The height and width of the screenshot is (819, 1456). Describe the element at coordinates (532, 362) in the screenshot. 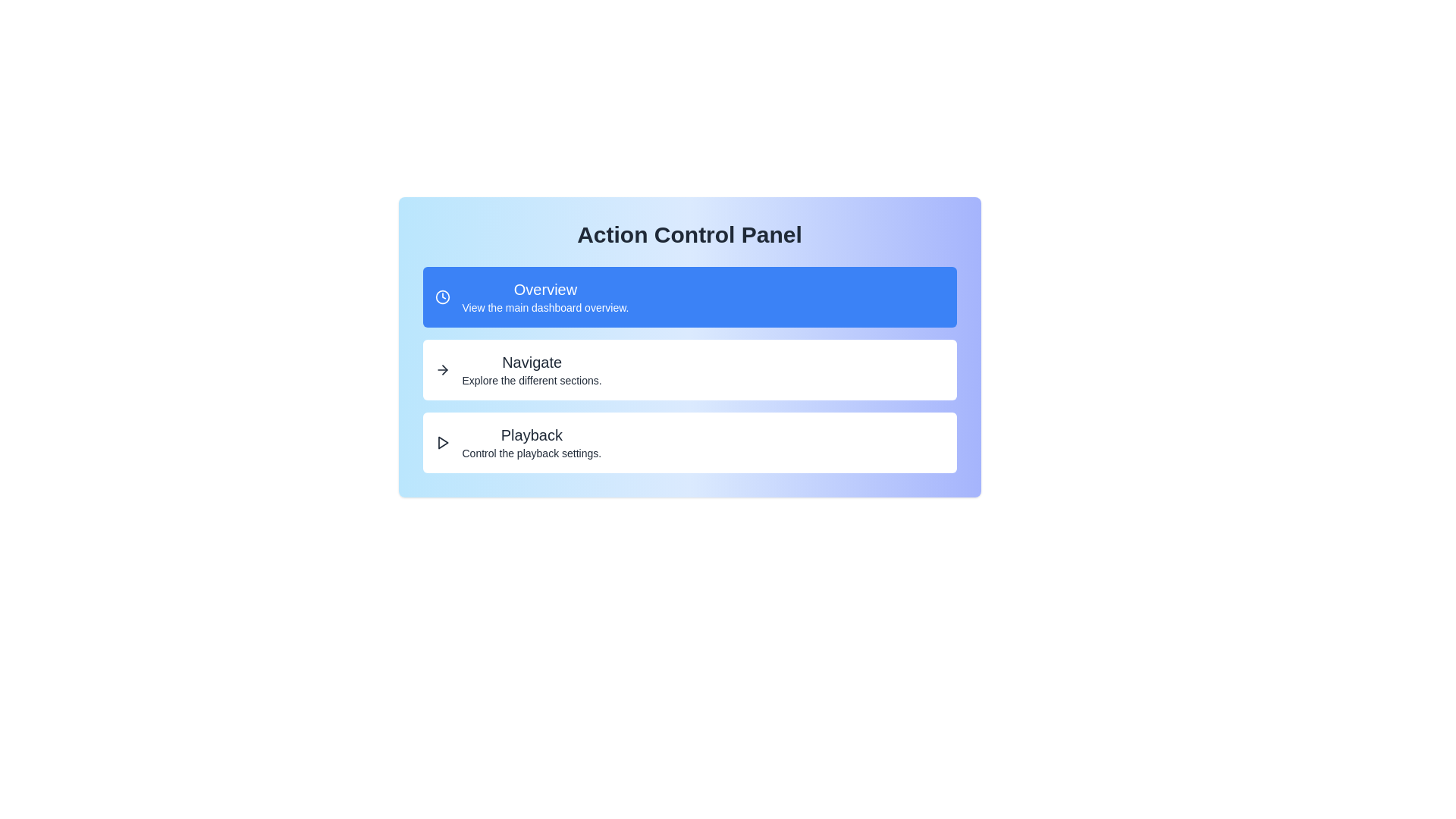

I see `the prominent 'Navigate' text label, which is bold and larger in font size, displayed in dark text on a light background, centered horizontally within the second panel` at that location.